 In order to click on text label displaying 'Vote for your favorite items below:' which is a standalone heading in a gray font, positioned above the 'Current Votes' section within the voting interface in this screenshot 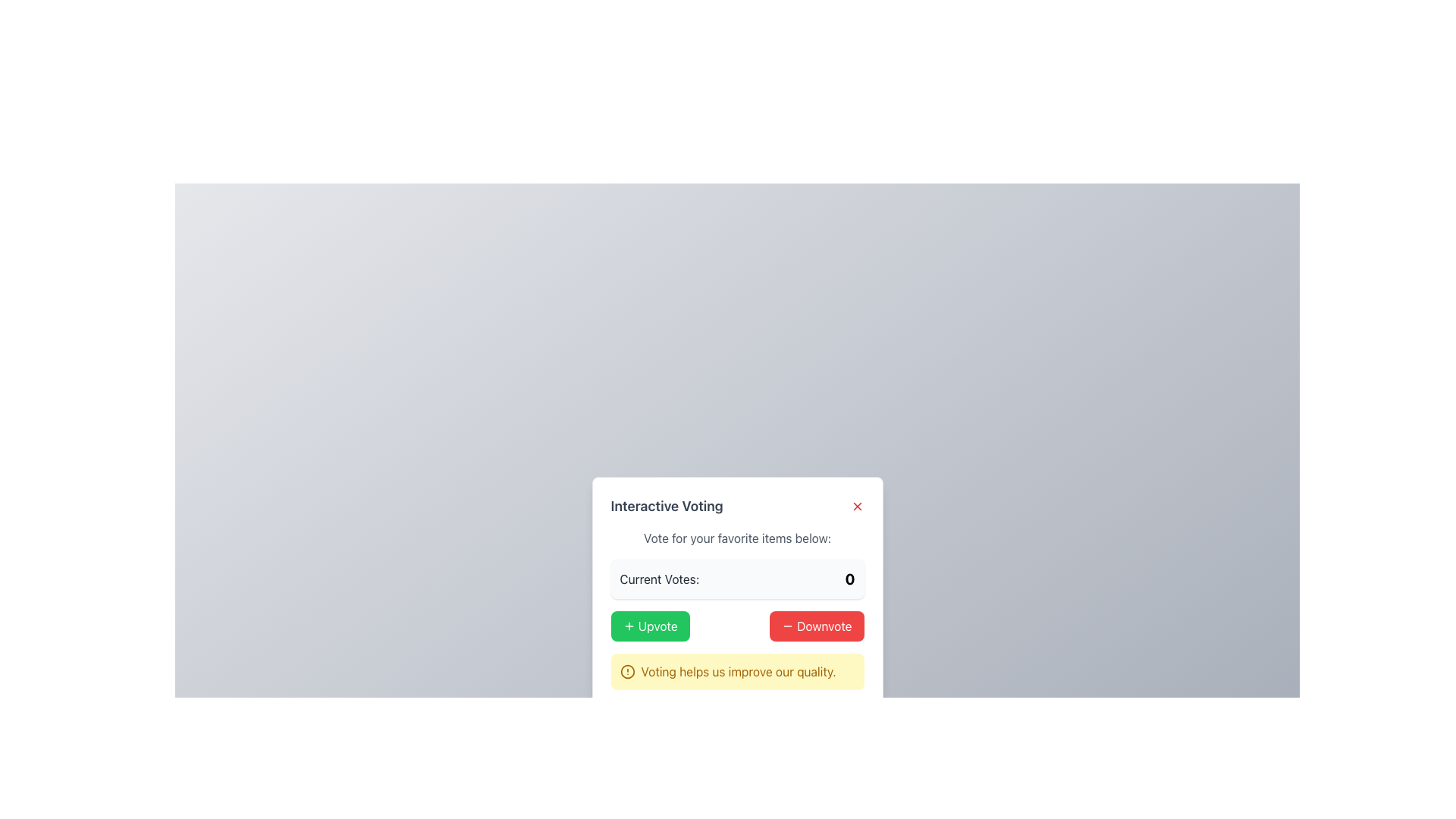, I will do `click(737, 537)`.